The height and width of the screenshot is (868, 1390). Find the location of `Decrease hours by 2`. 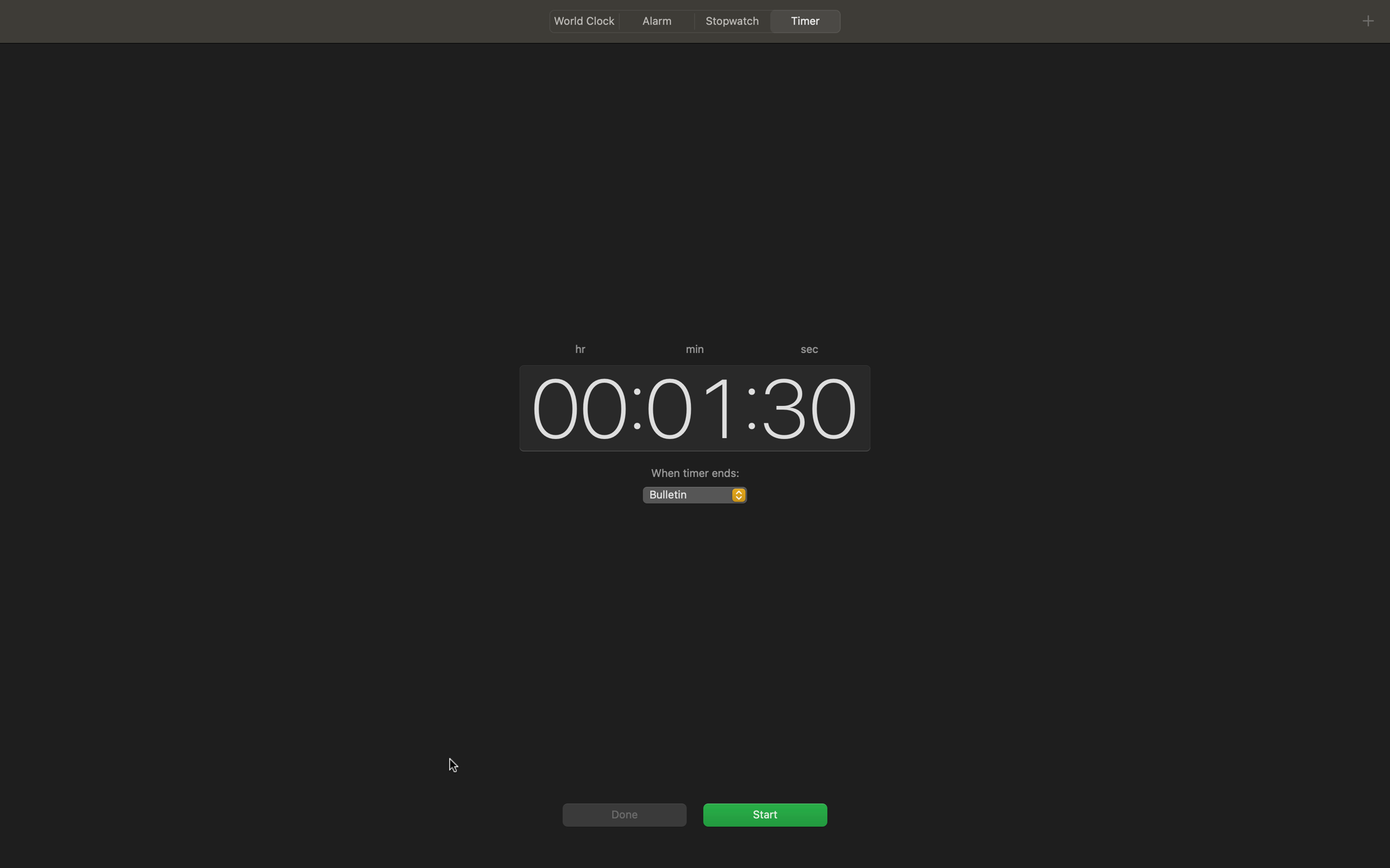

Decrease hours by 2 is located at coordinates (574, 406).